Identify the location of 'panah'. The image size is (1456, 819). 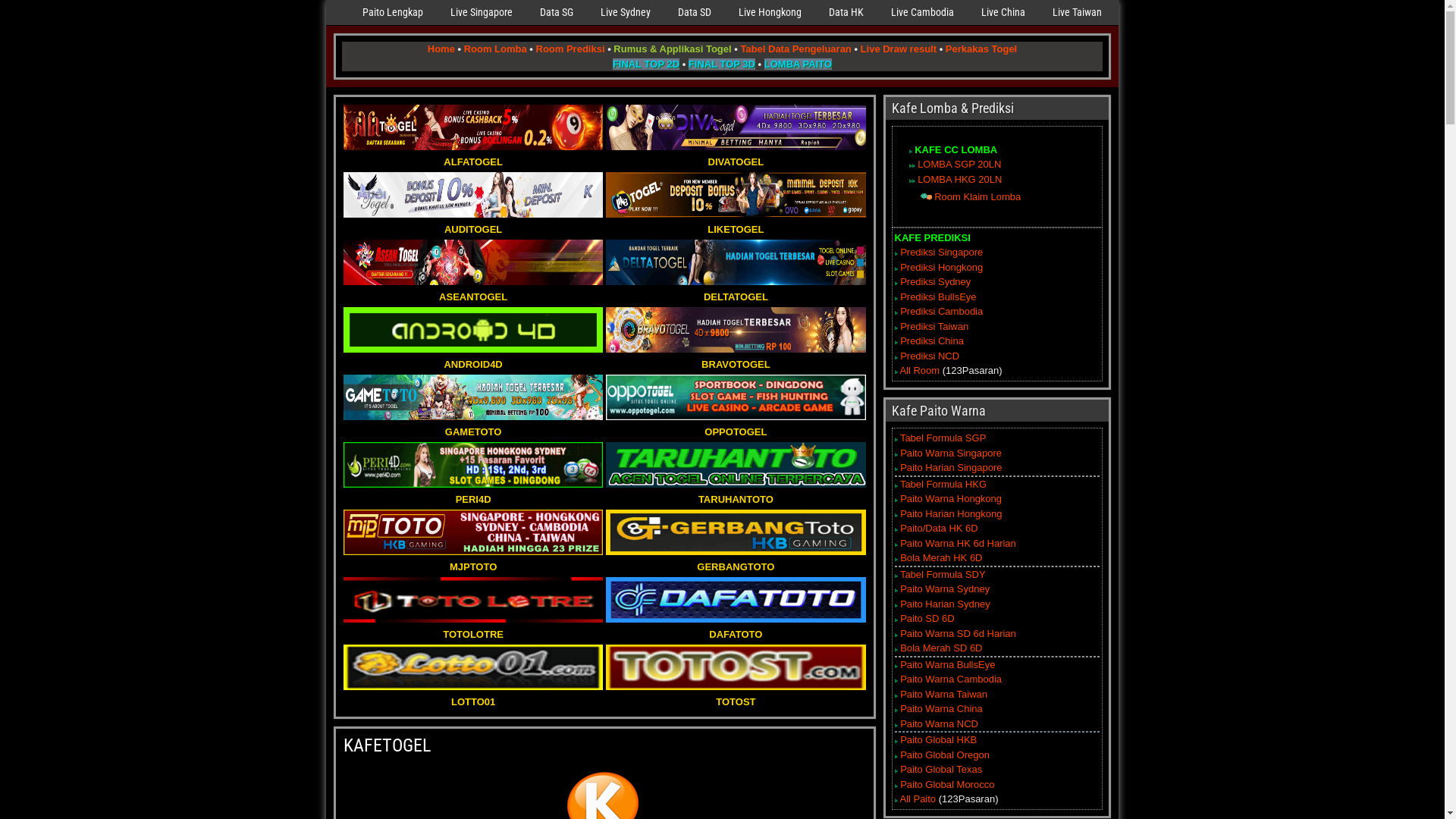
(912, 180).